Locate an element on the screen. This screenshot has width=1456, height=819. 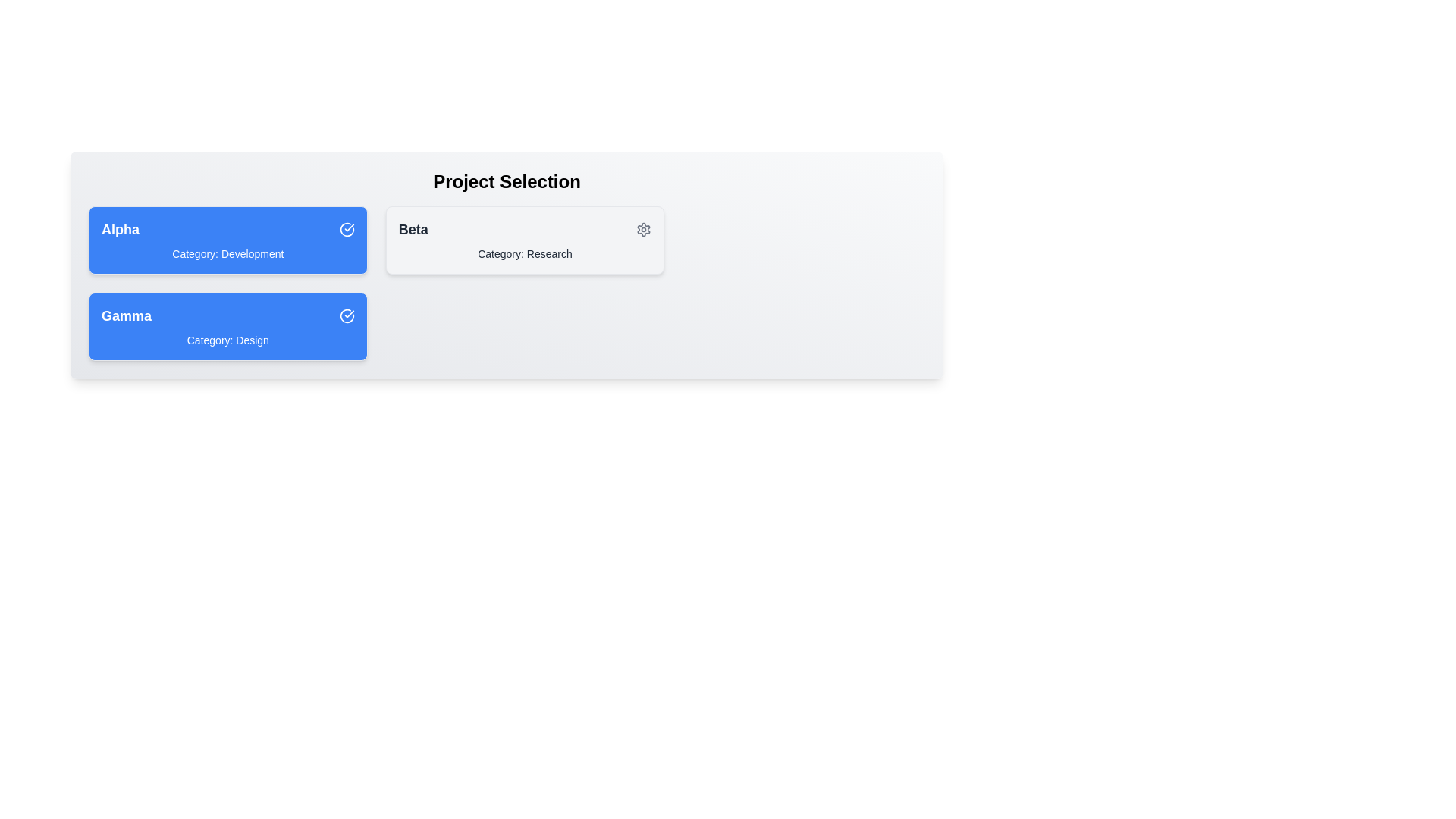
the project card corresponding to Gamma is located at coordinates (227, 326).